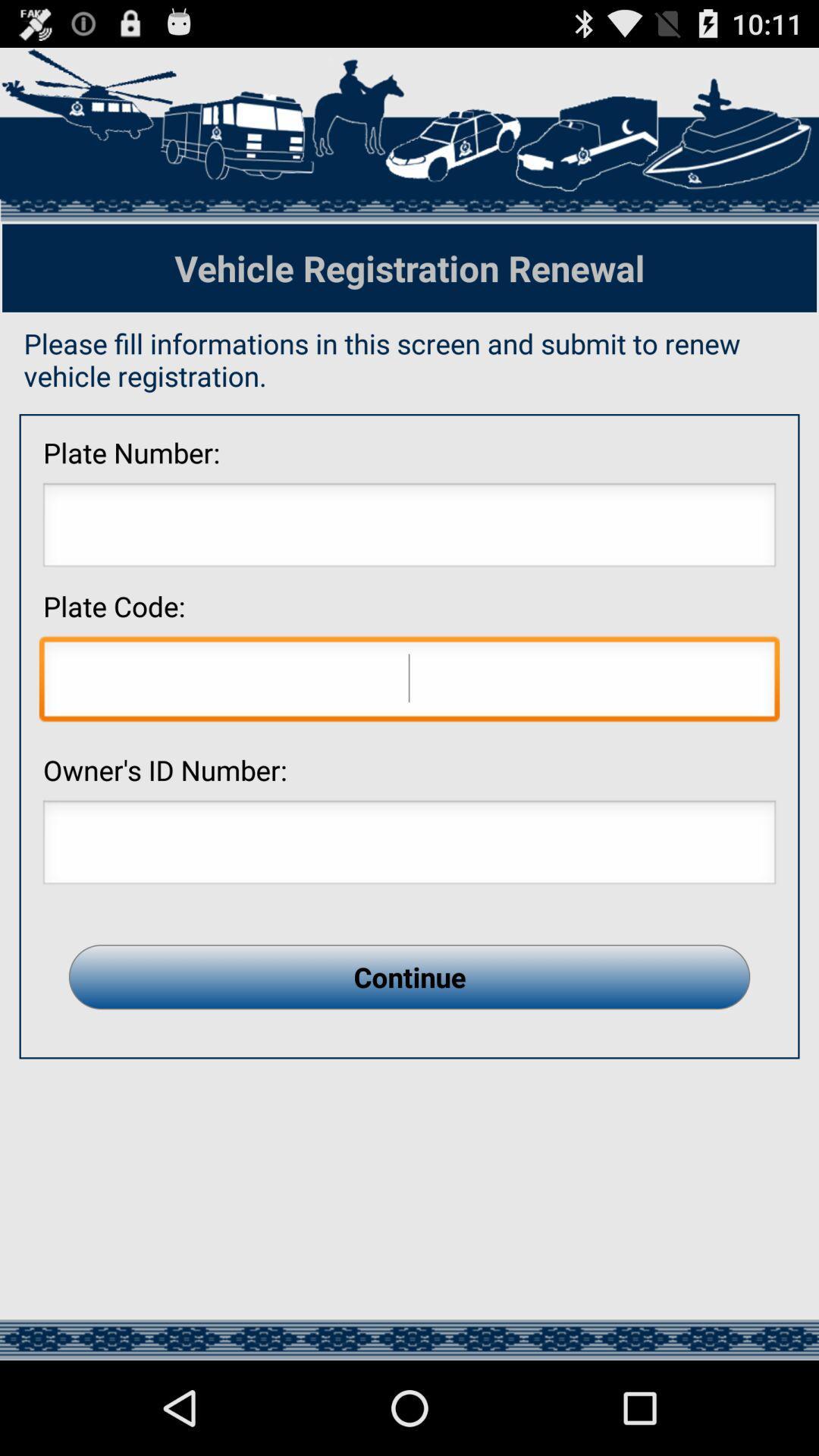 This screenshot has height=1456, width=819. I want to click on owner 's id number, so click(409, 846).